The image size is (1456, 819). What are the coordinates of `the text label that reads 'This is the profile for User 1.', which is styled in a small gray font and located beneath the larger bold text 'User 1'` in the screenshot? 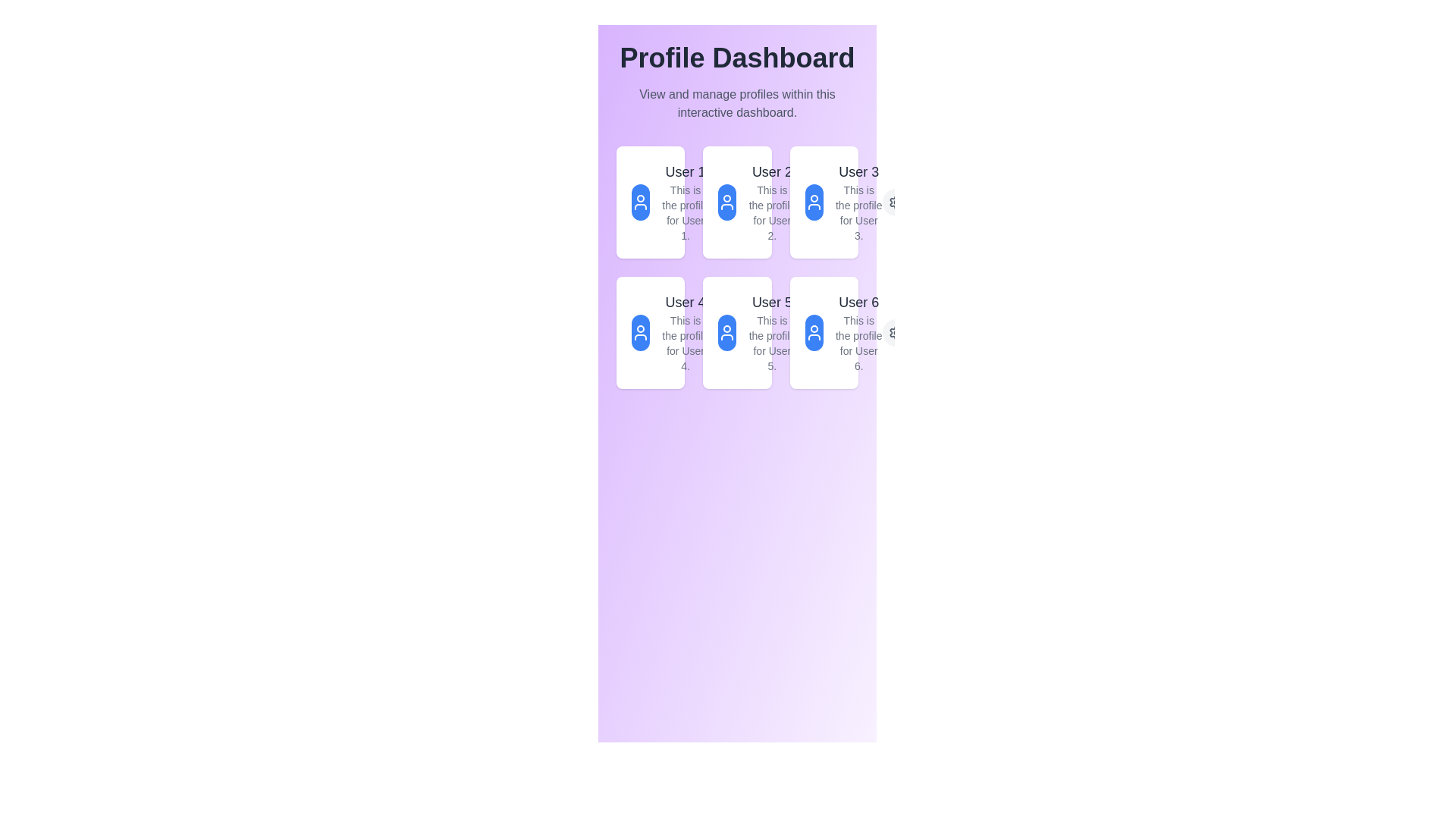 It's located at (685, 213).